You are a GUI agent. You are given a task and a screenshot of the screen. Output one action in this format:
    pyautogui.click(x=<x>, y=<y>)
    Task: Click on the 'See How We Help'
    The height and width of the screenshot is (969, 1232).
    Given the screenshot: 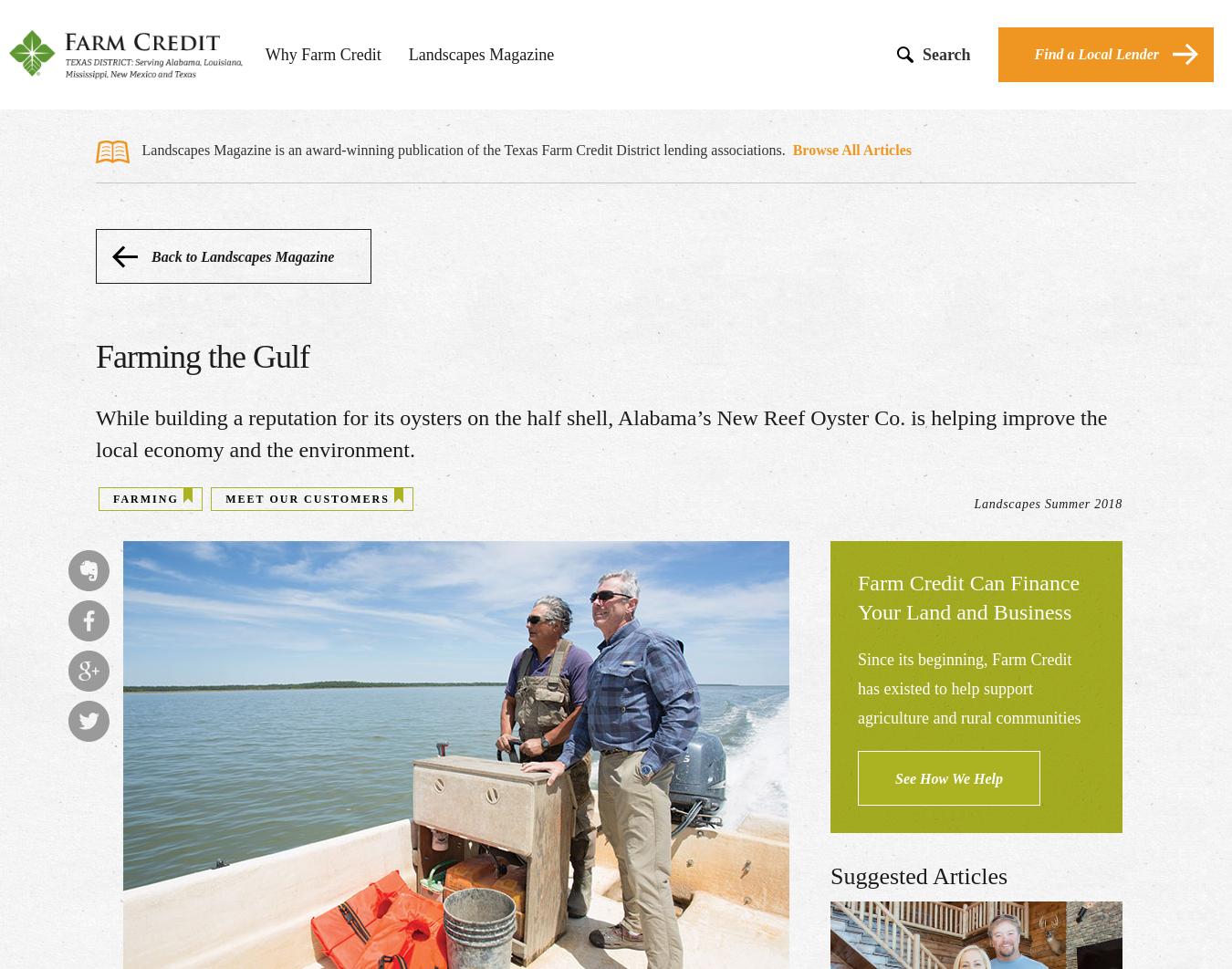 What is the action you would take?
    pyautogui.click(x=948, y=777)
    